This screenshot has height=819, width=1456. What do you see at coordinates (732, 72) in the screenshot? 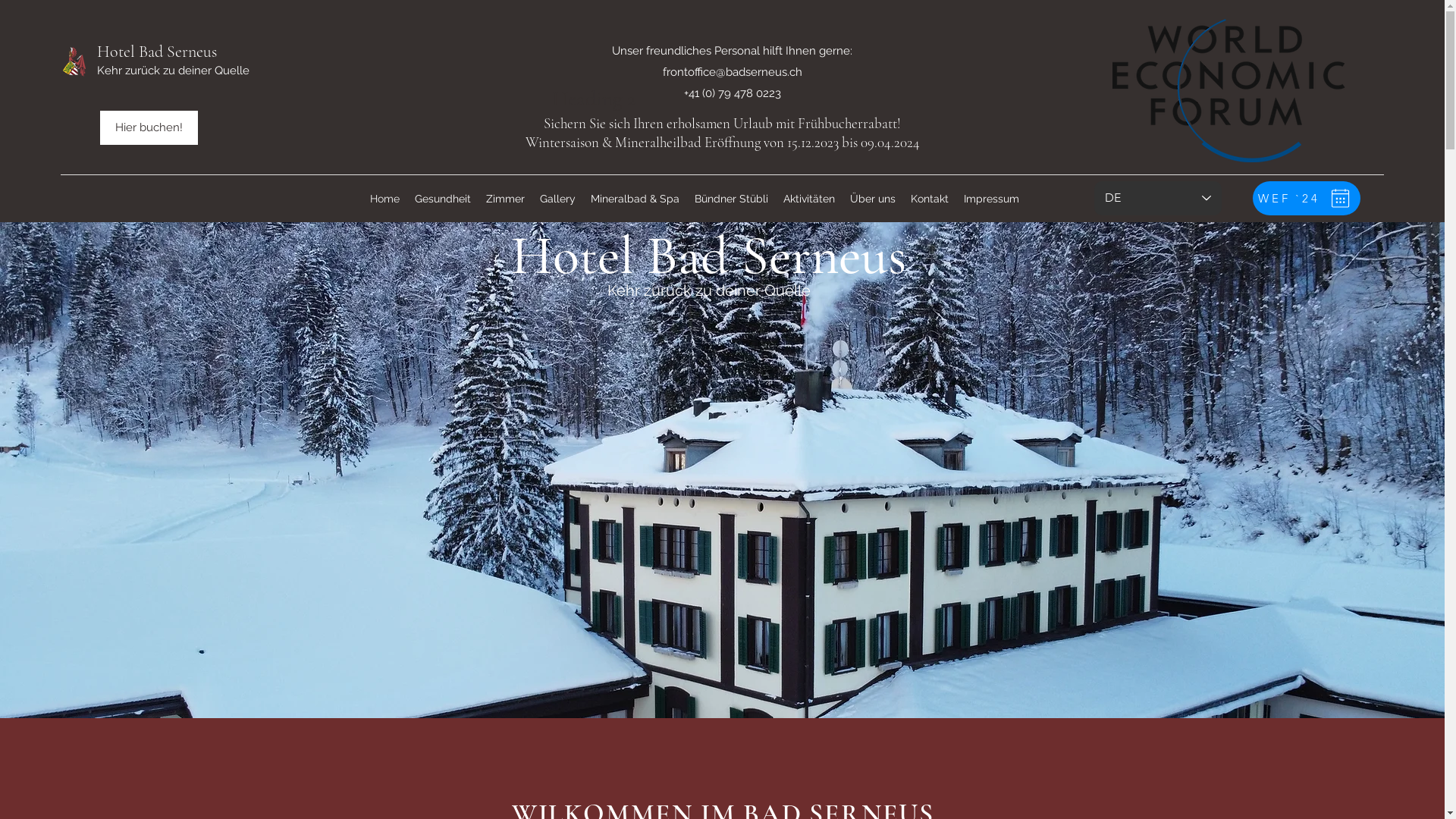
I see `'frontoffice@badserneus.ch'` at bounding box center [732, 72].